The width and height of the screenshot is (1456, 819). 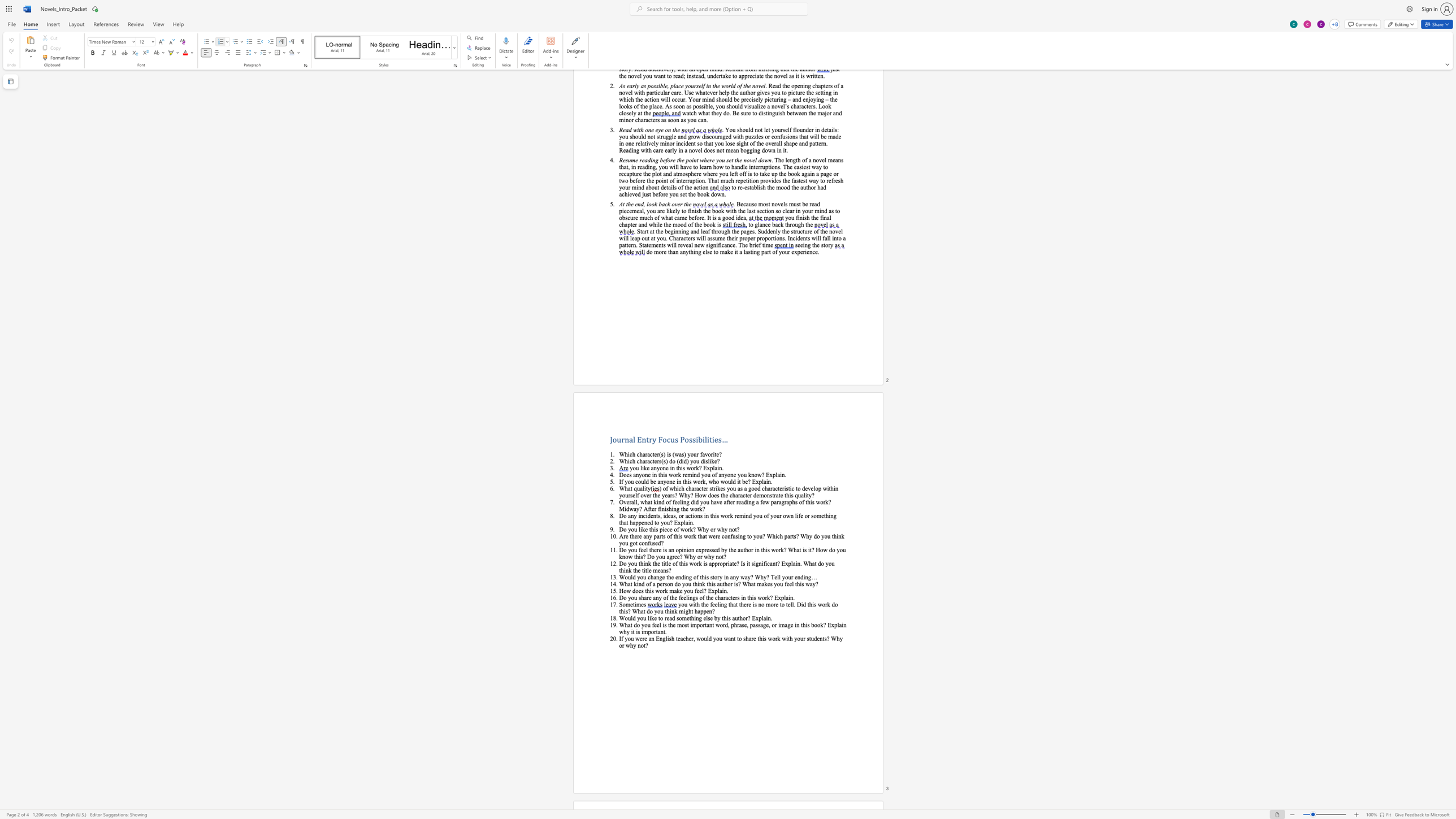 What do you see at coordinates (714, 563) in the screenshot?
I see `the space between the continuous character "p" and "p" in the text` at bounding box center [714, 563].